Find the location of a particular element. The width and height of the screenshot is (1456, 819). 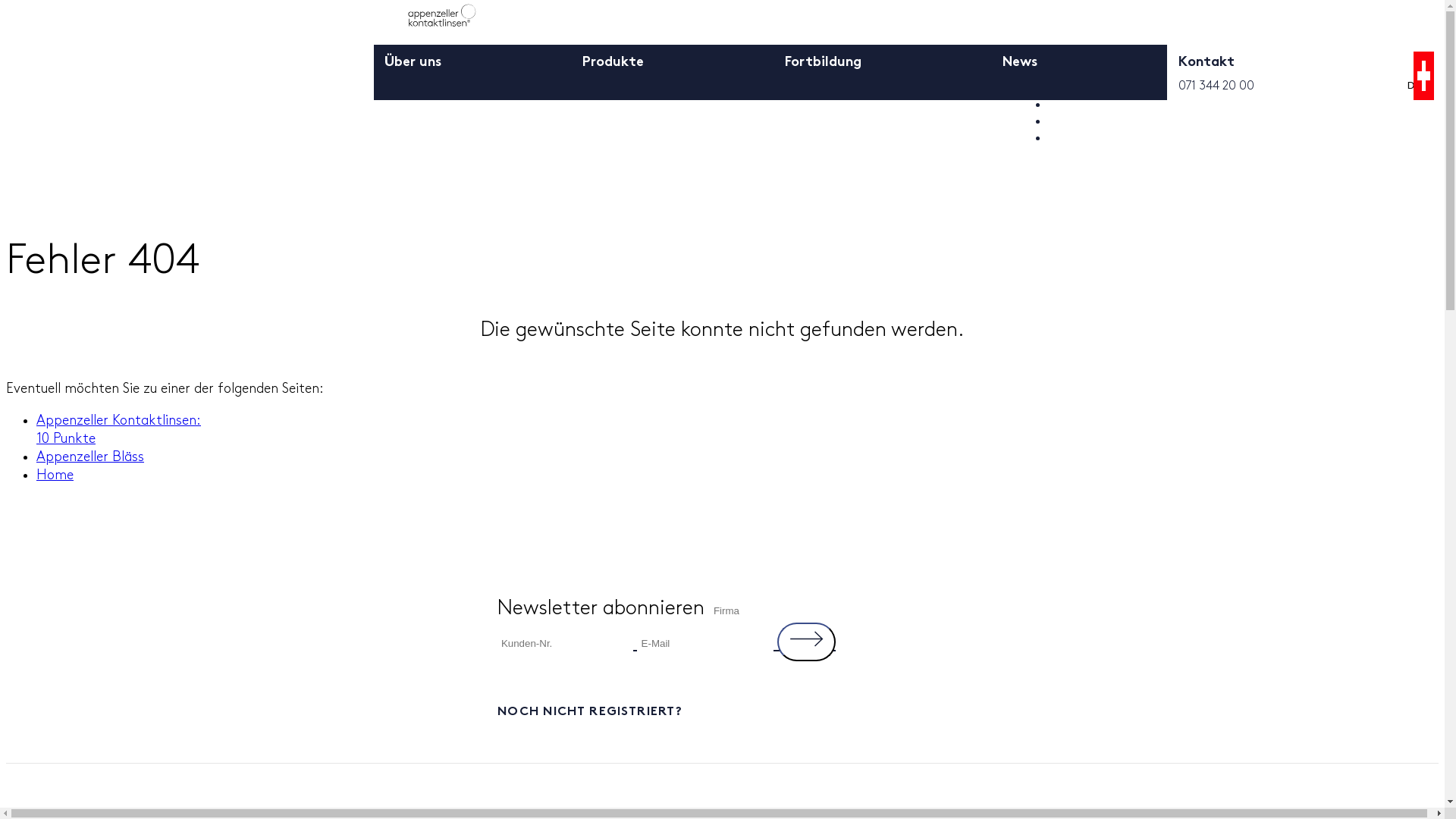

'071 344 20 00' is located at coordinates (1178, 85).